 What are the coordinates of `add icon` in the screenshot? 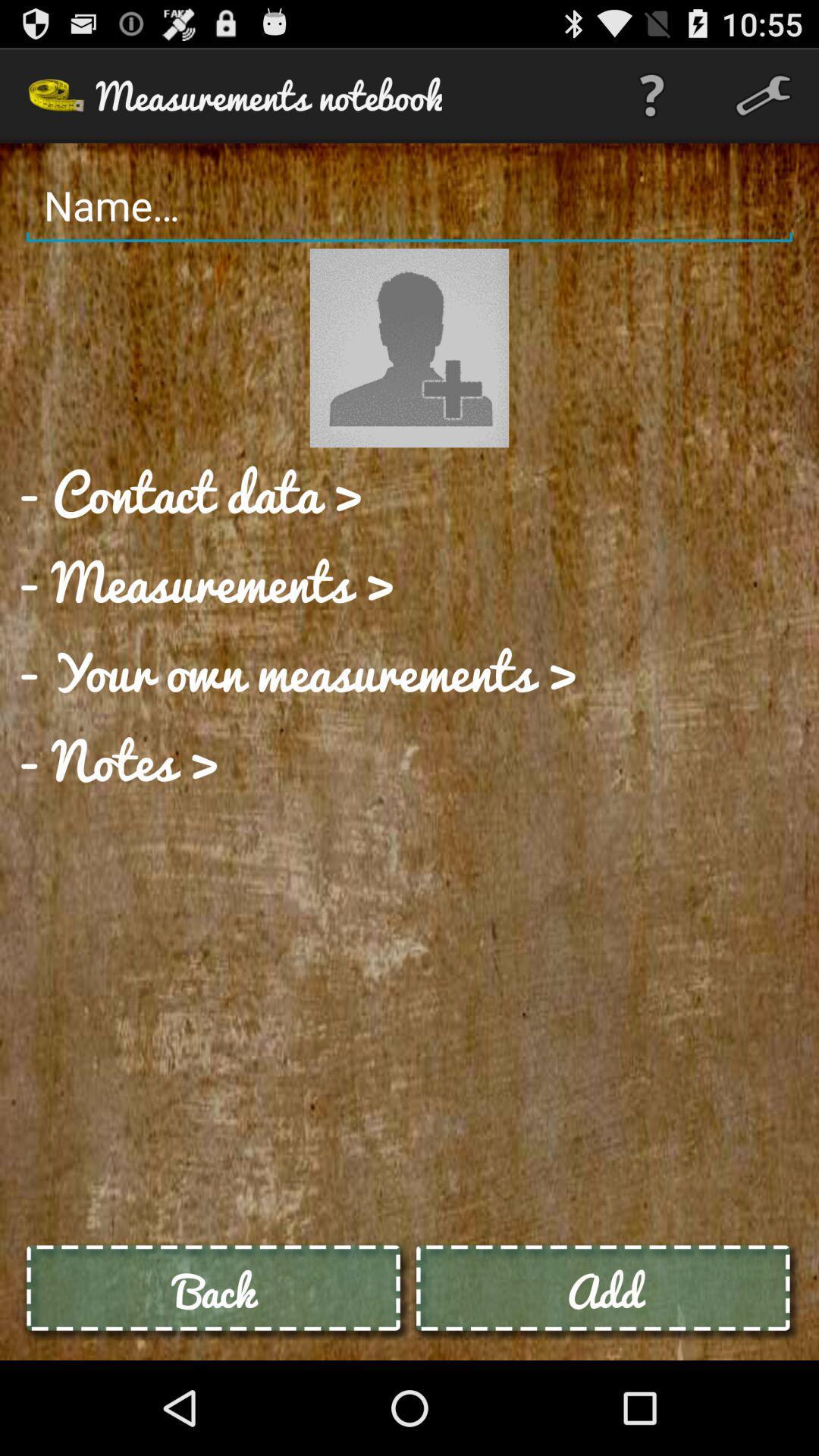 It's located at (603, 1290).